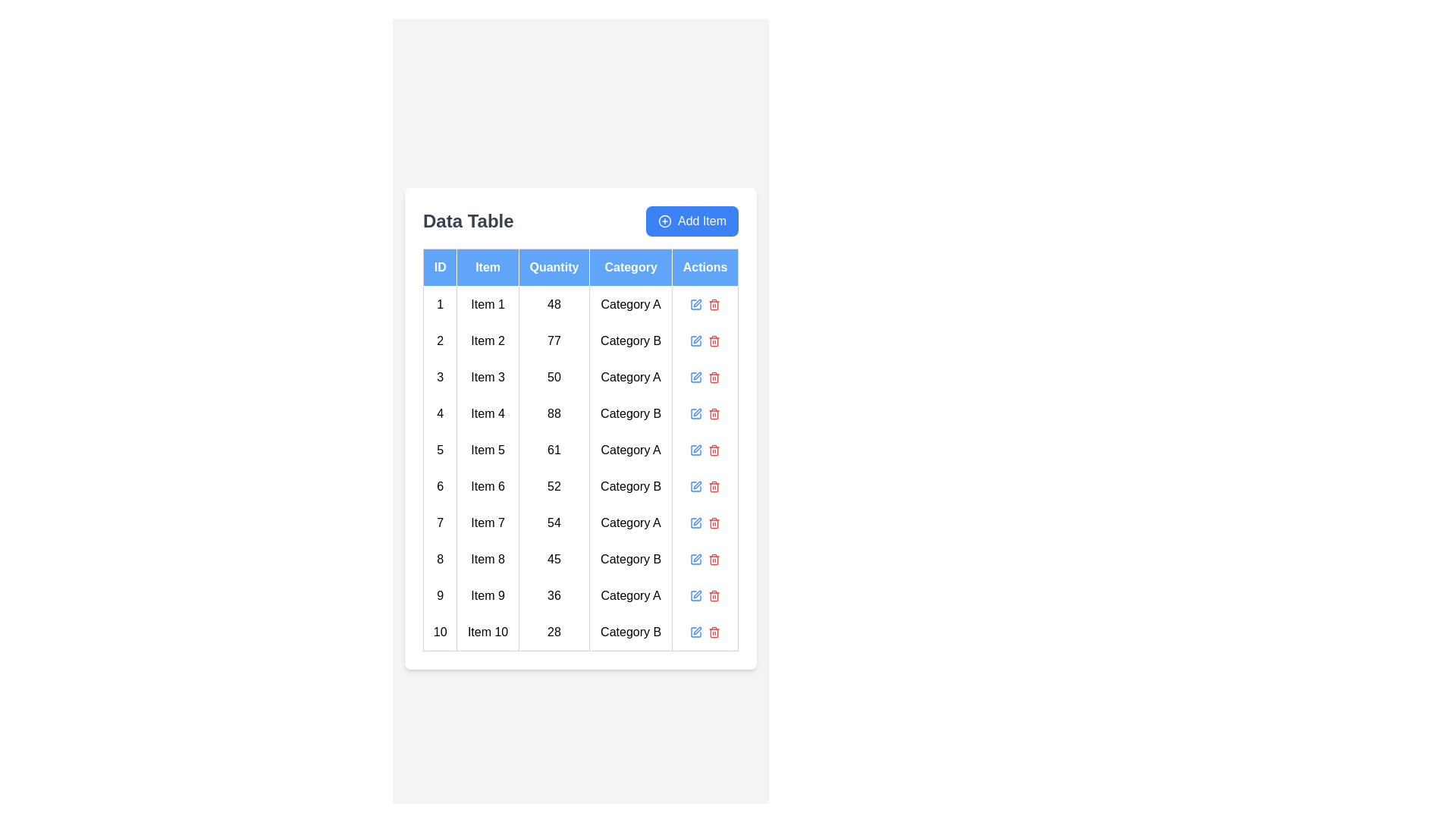 Image resolution: width=1456 pixels, height=819 pixels. What do you see at coordinates (695, 340) in the screenshot?
I see `the small blue pencil icon in the 'Actions' column of the second row to initiate editing` at bounding box center [695, 340].